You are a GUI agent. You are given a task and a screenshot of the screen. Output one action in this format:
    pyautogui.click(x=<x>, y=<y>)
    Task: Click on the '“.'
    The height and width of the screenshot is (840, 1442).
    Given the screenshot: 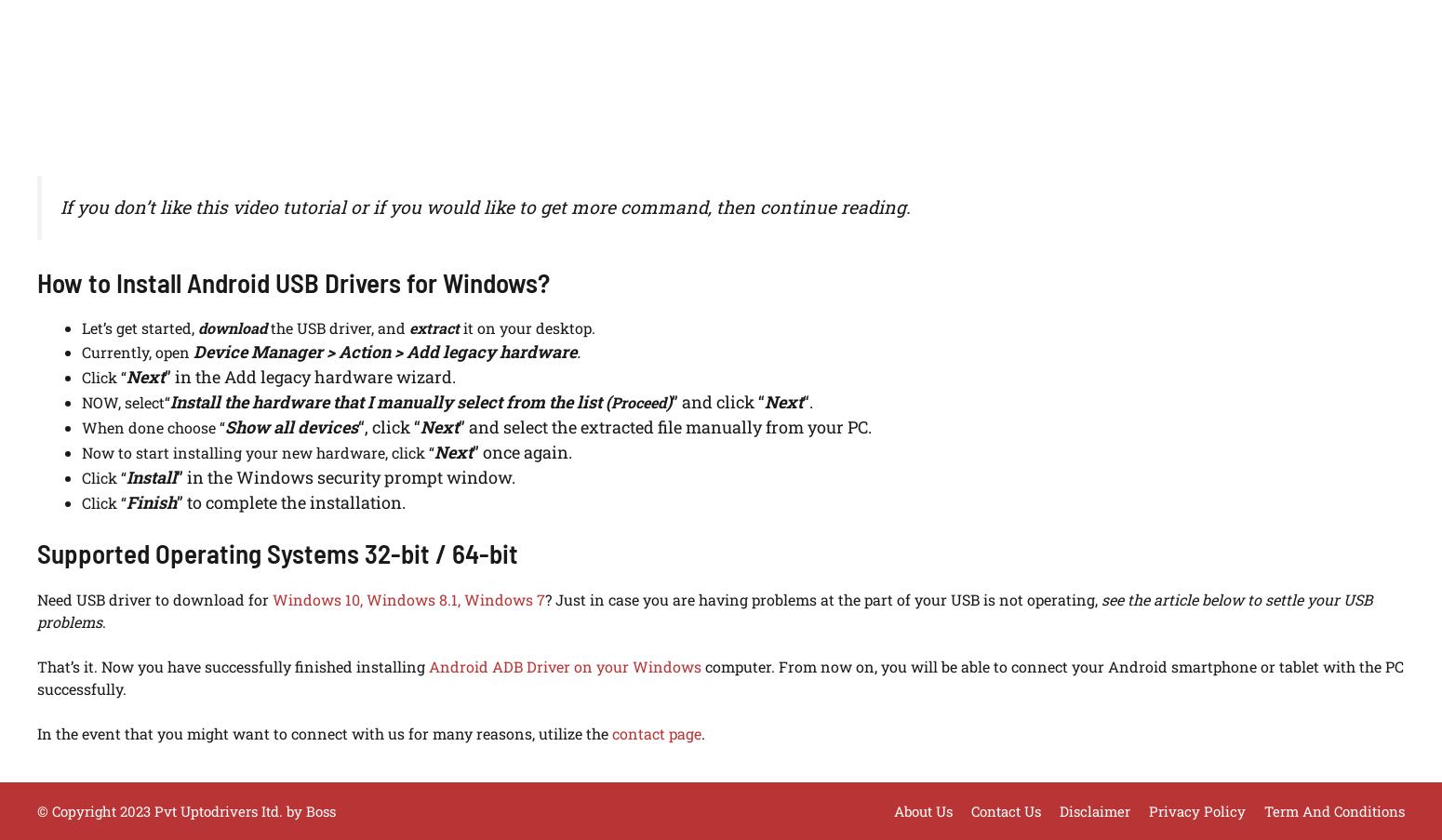 What is the action you would take?
    pyautogui.click(x=803, y=400)
    